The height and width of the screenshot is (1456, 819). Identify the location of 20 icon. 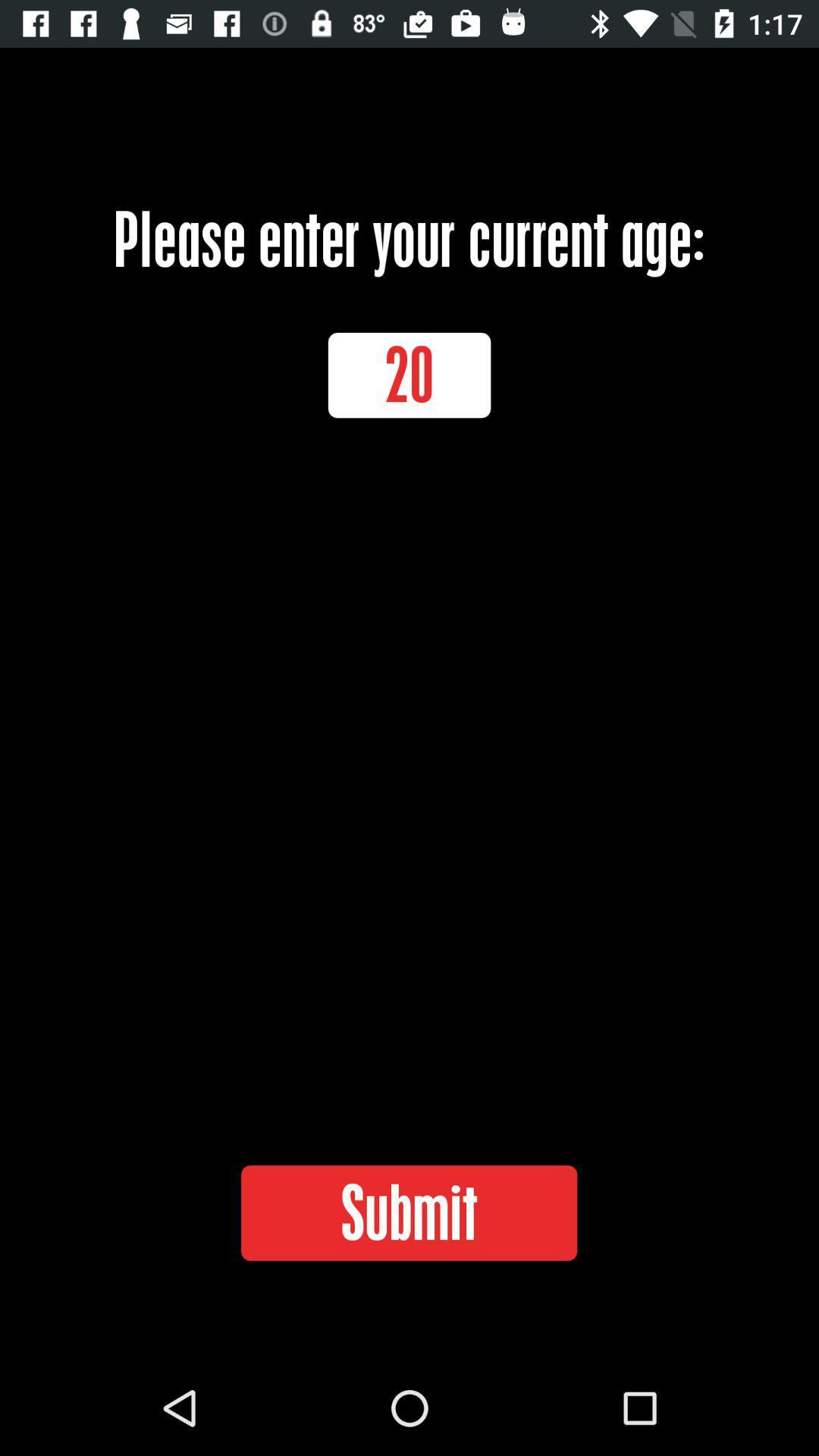
(409, 375).